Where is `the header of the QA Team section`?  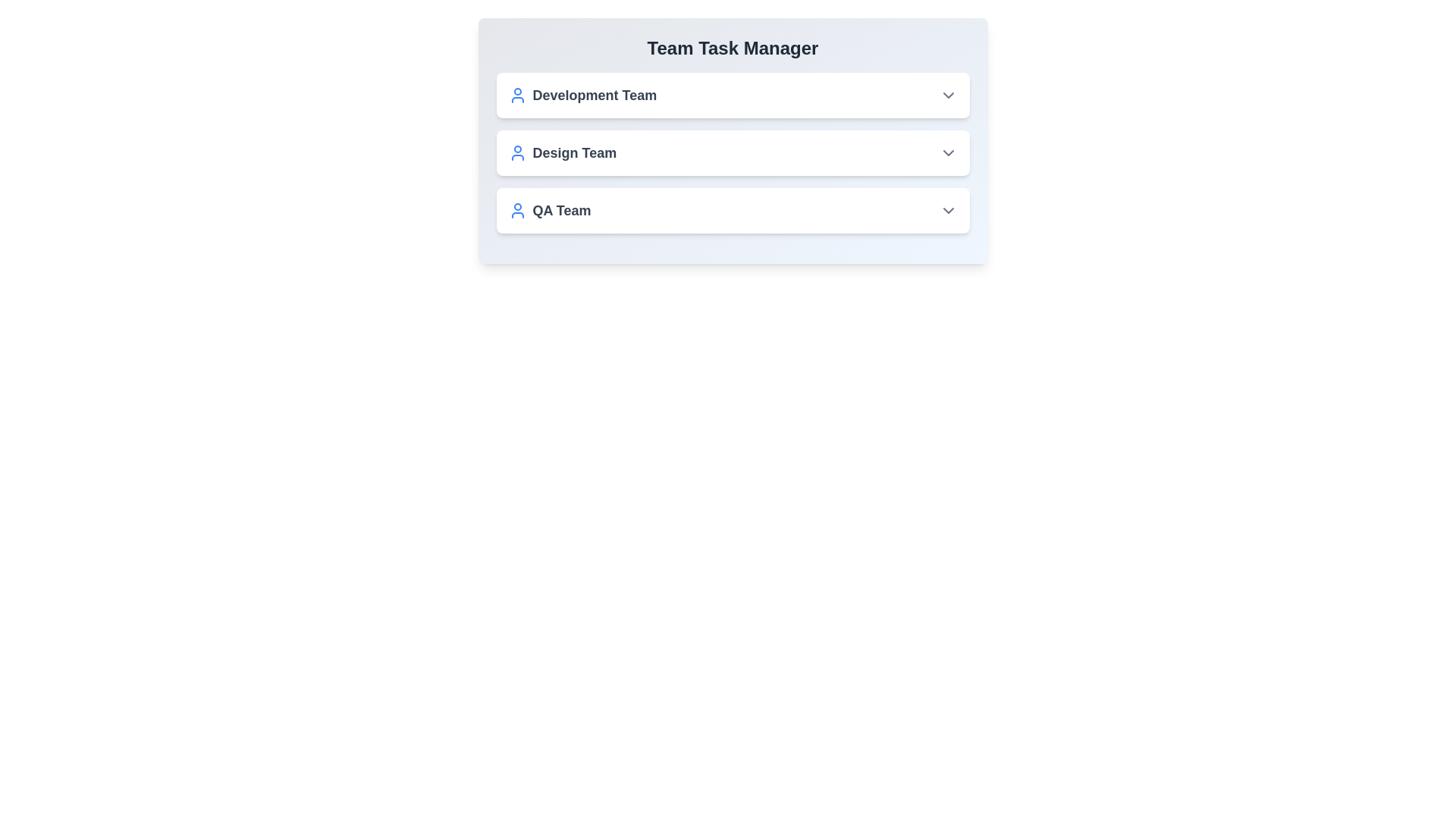 the header of the QA Team section is located at coordinates (733, 210).